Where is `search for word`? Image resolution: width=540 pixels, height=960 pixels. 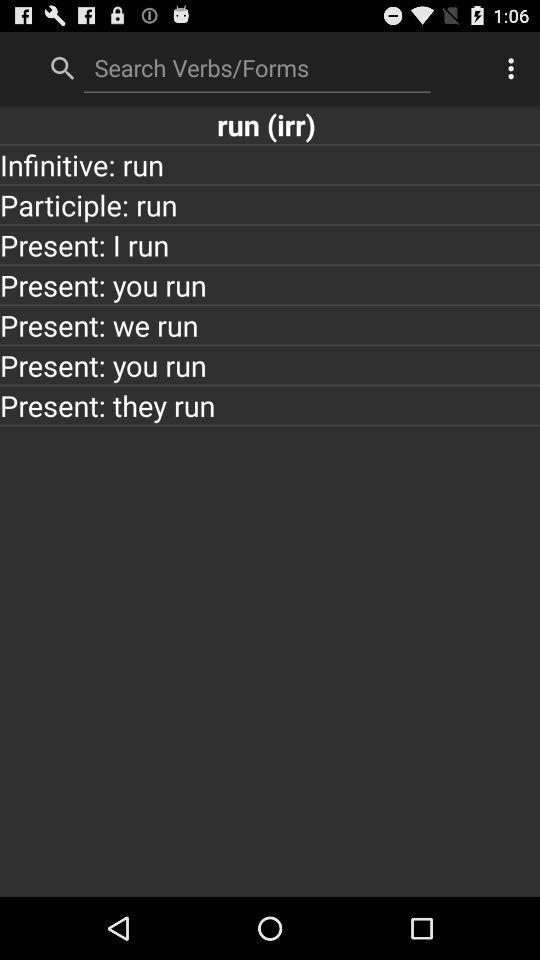 search for word is located at coordinates (257, 67).